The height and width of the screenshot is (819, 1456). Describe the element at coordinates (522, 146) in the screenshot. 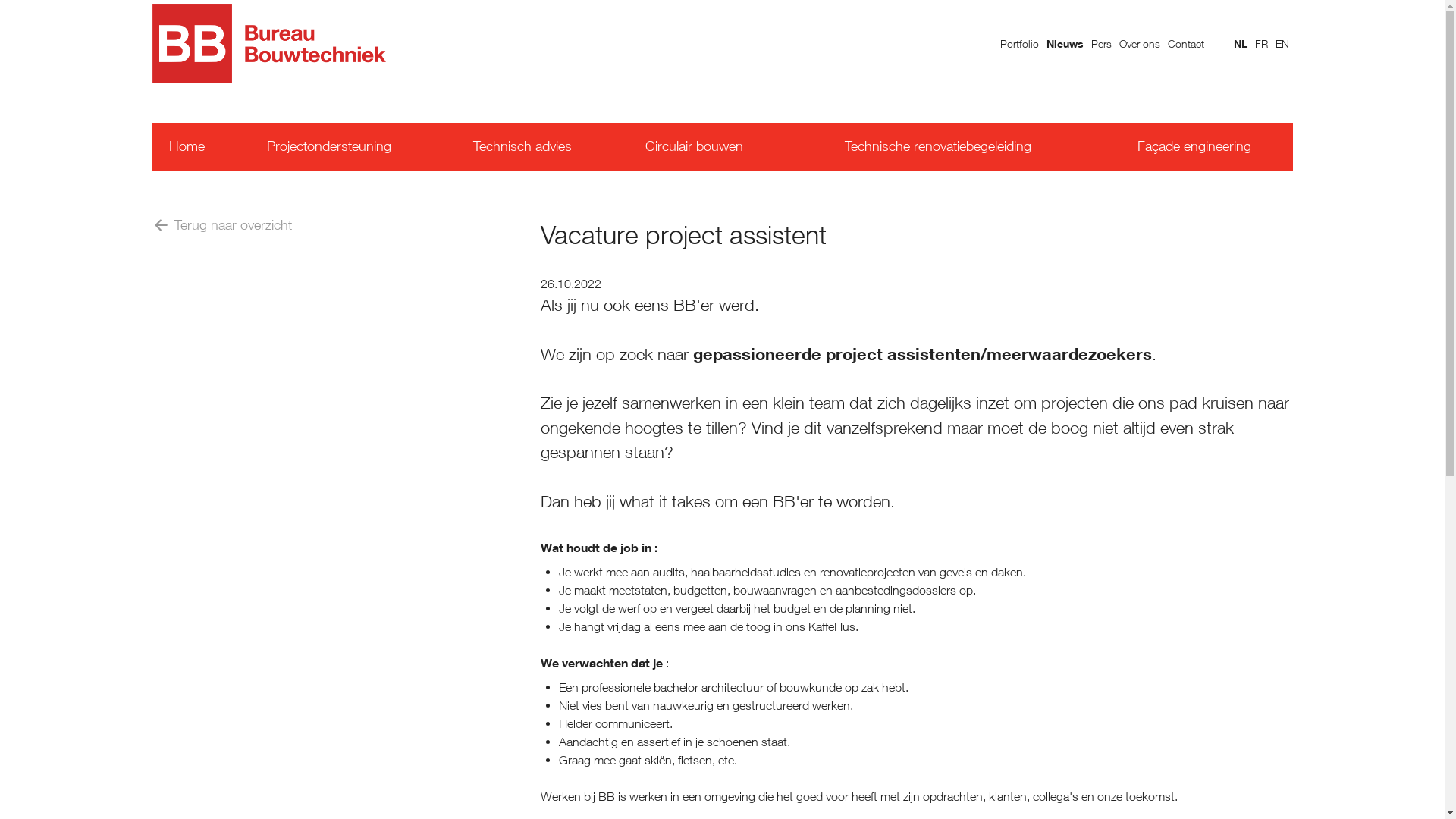

I see `'Technisch advies'` at that location.